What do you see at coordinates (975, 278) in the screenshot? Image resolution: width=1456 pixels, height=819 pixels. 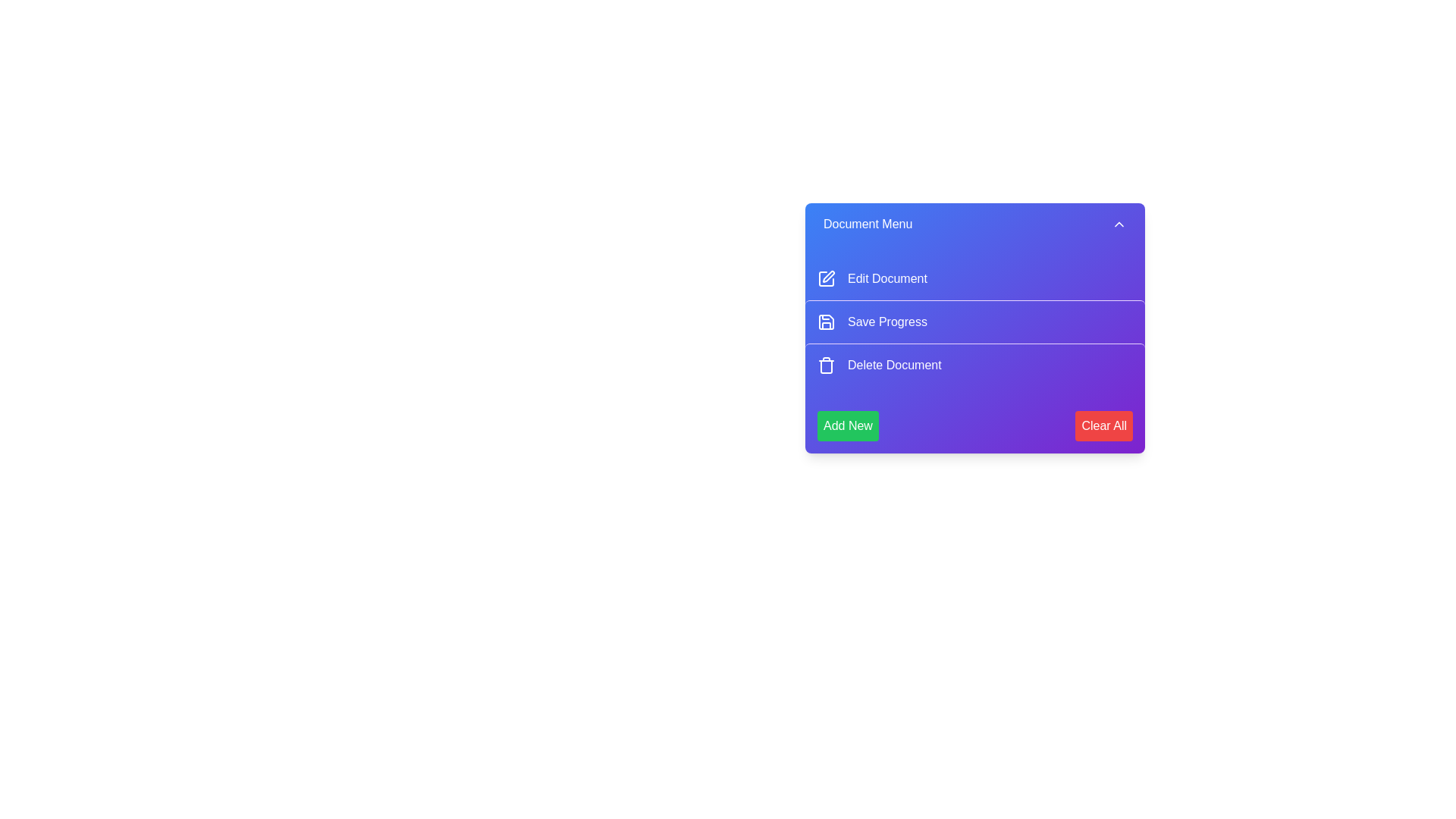 I see `the 'Edit Document' option to select it` at bounding box center [975, 278].